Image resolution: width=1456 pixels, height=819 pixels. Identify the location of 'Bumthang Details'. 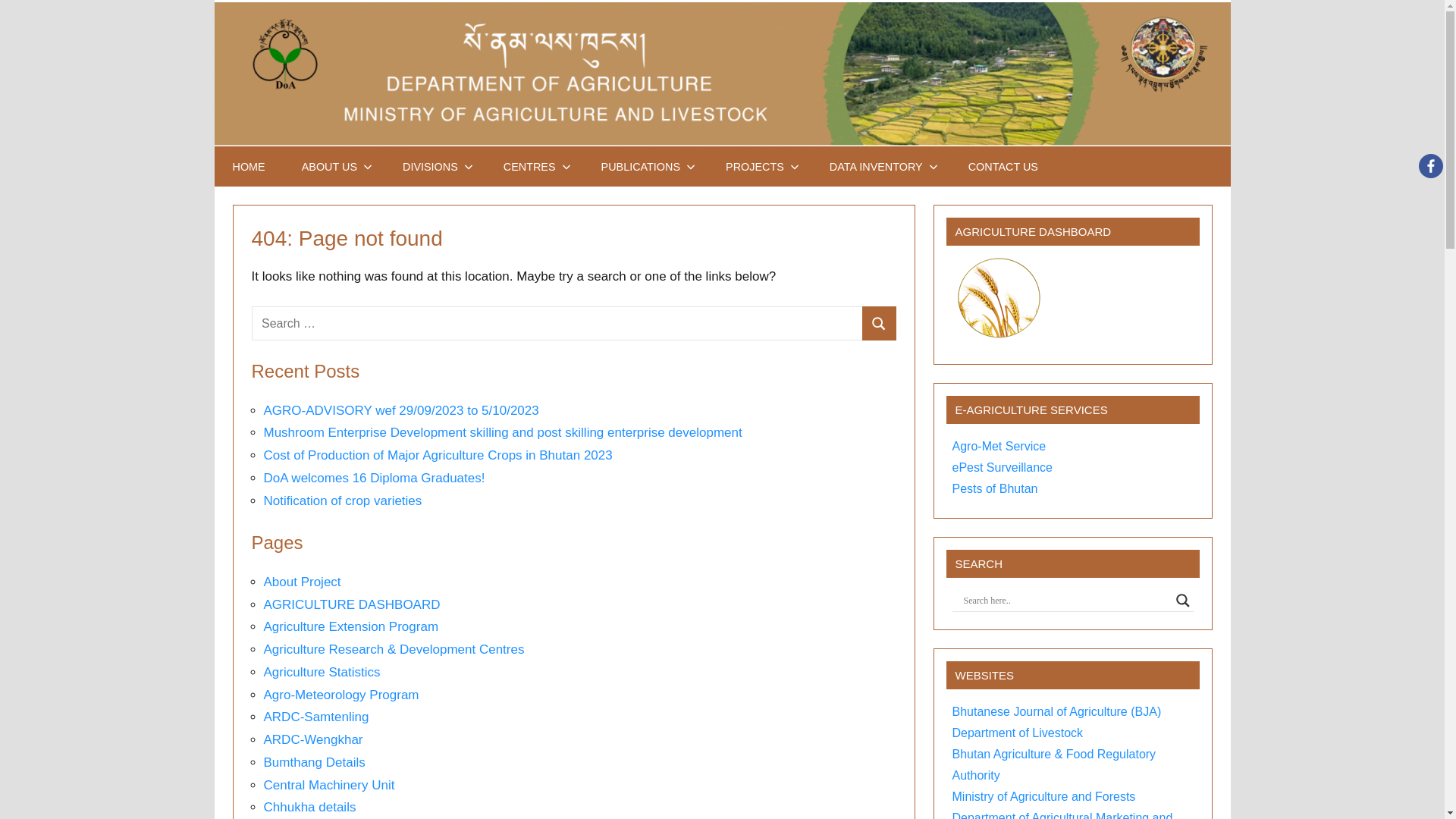
(263, 762).